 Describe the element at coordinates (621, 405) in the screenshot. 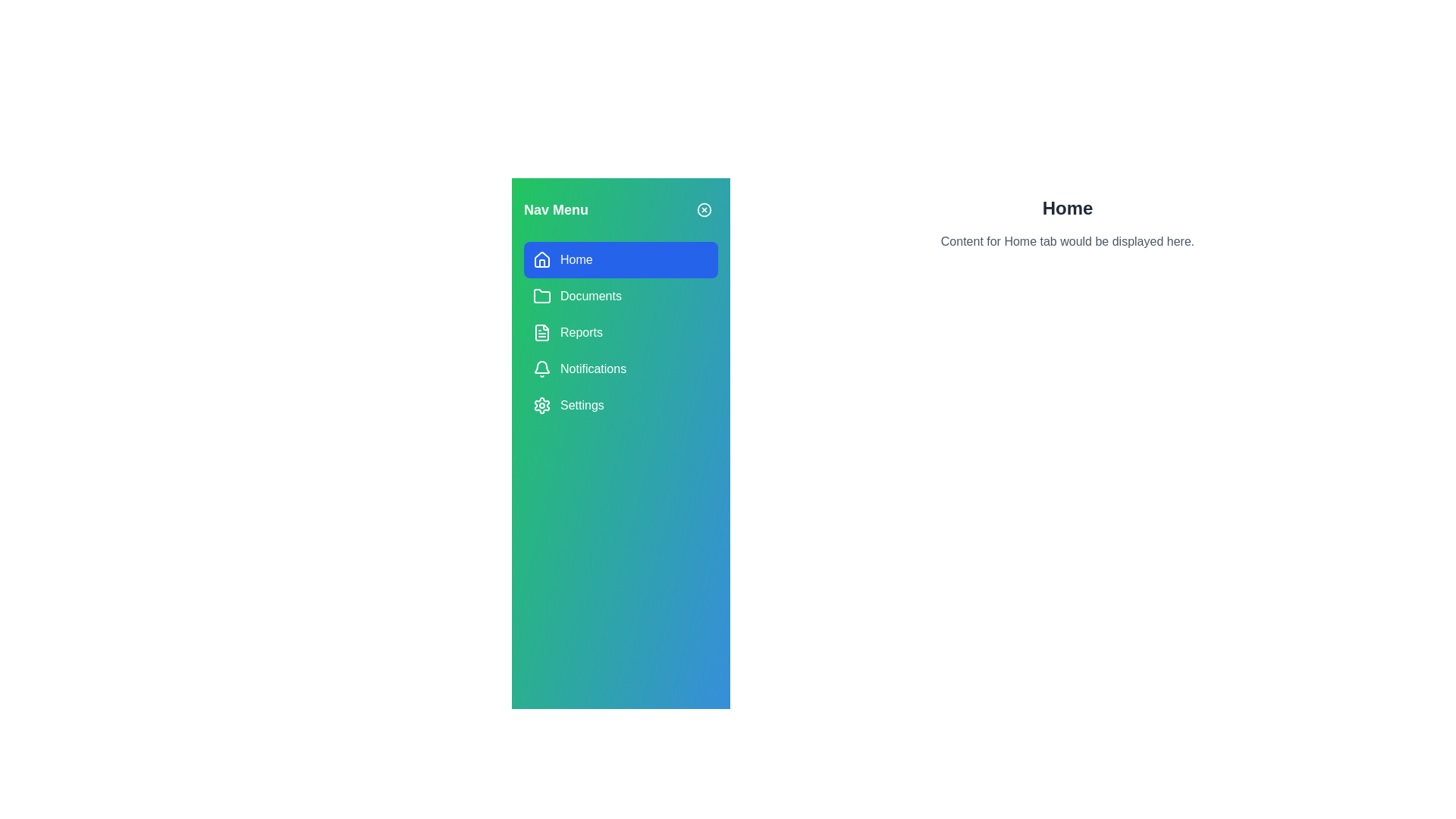

I see `the tab Settings in the navigation menu` at that location.